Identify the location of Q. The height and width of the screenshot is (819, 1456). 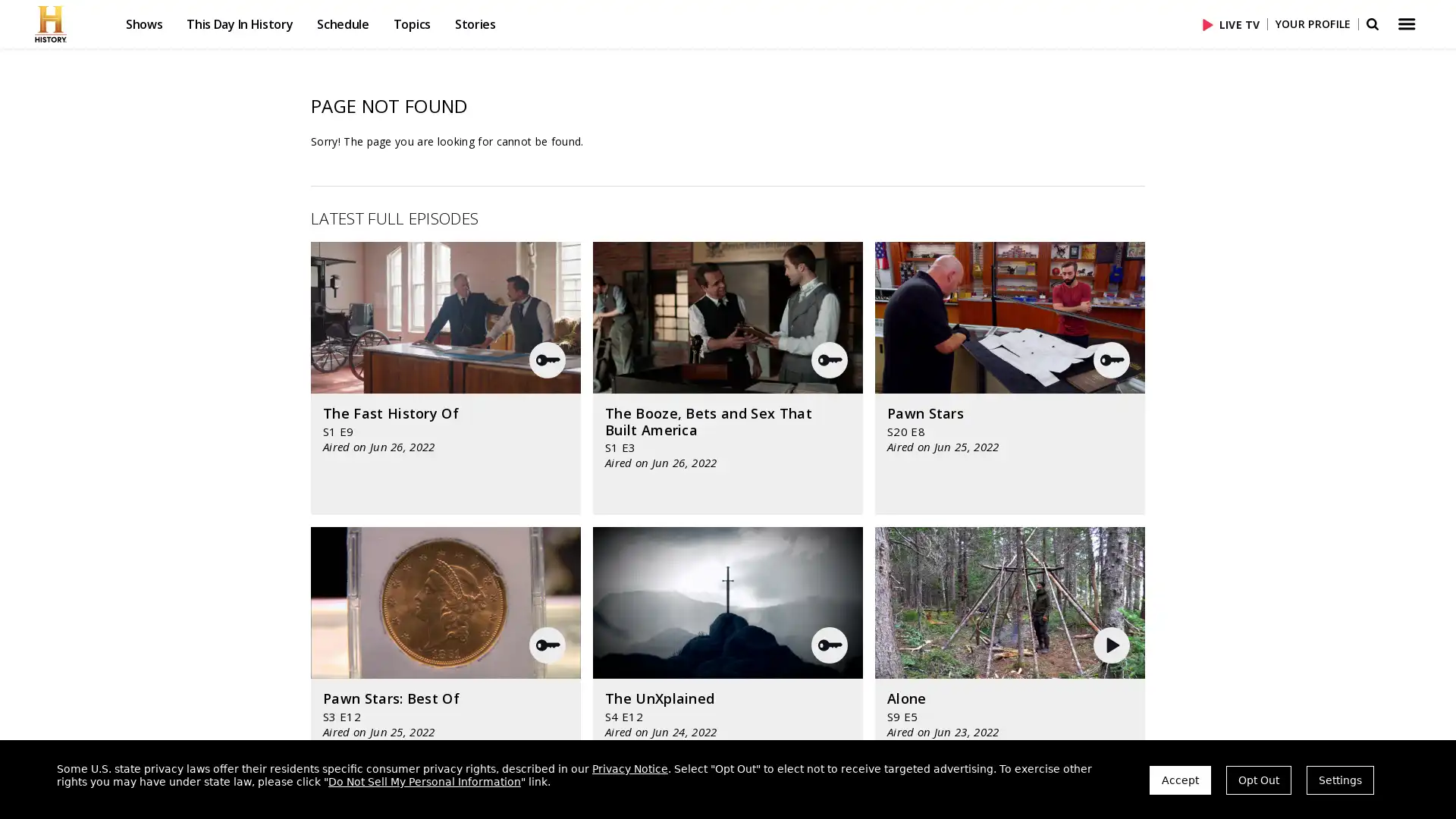
(829, 359).